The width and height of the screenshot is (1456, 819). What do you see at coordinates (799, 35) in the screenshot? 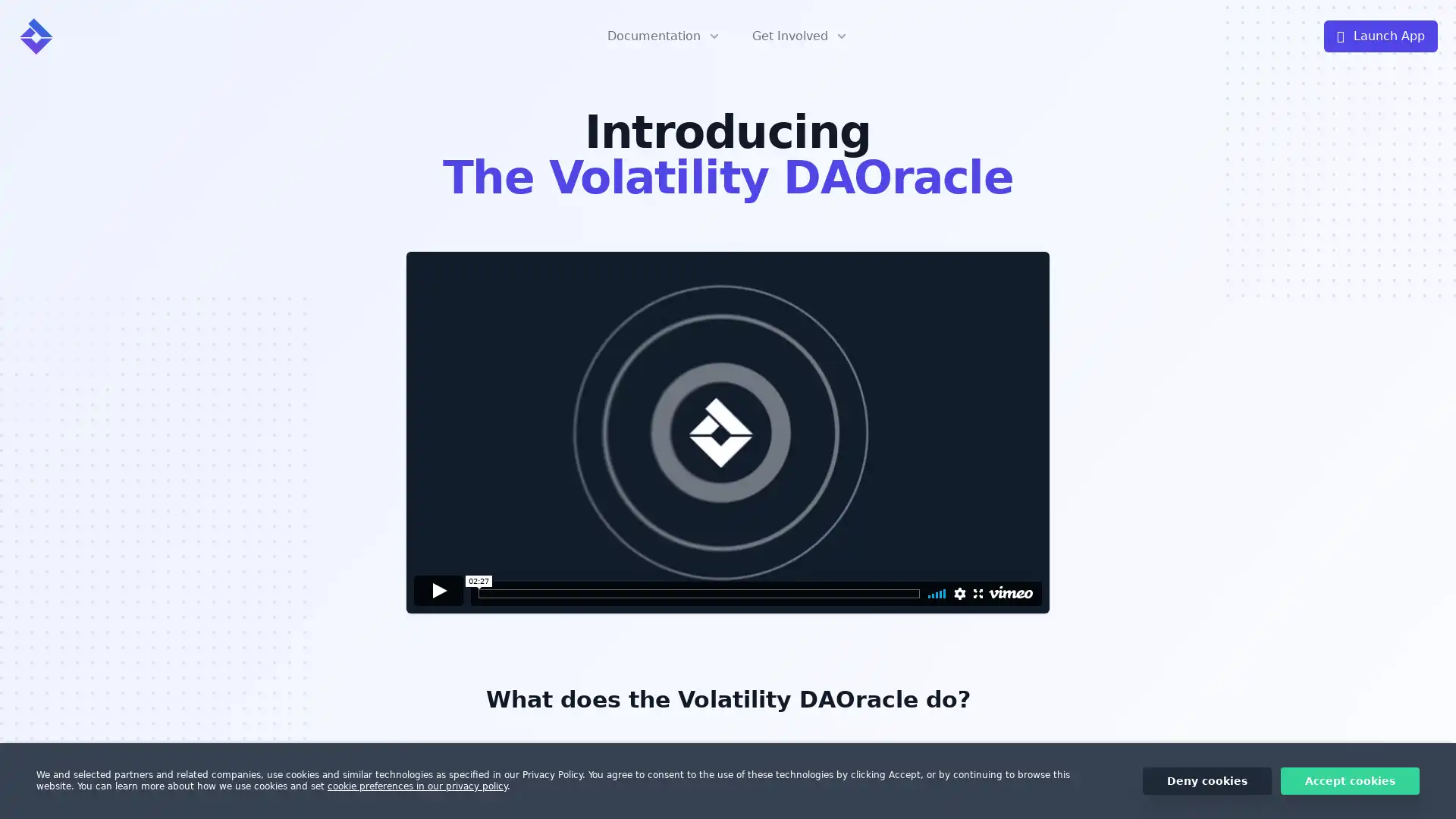
I see `Get Involved` at bounding box center [799, 35].